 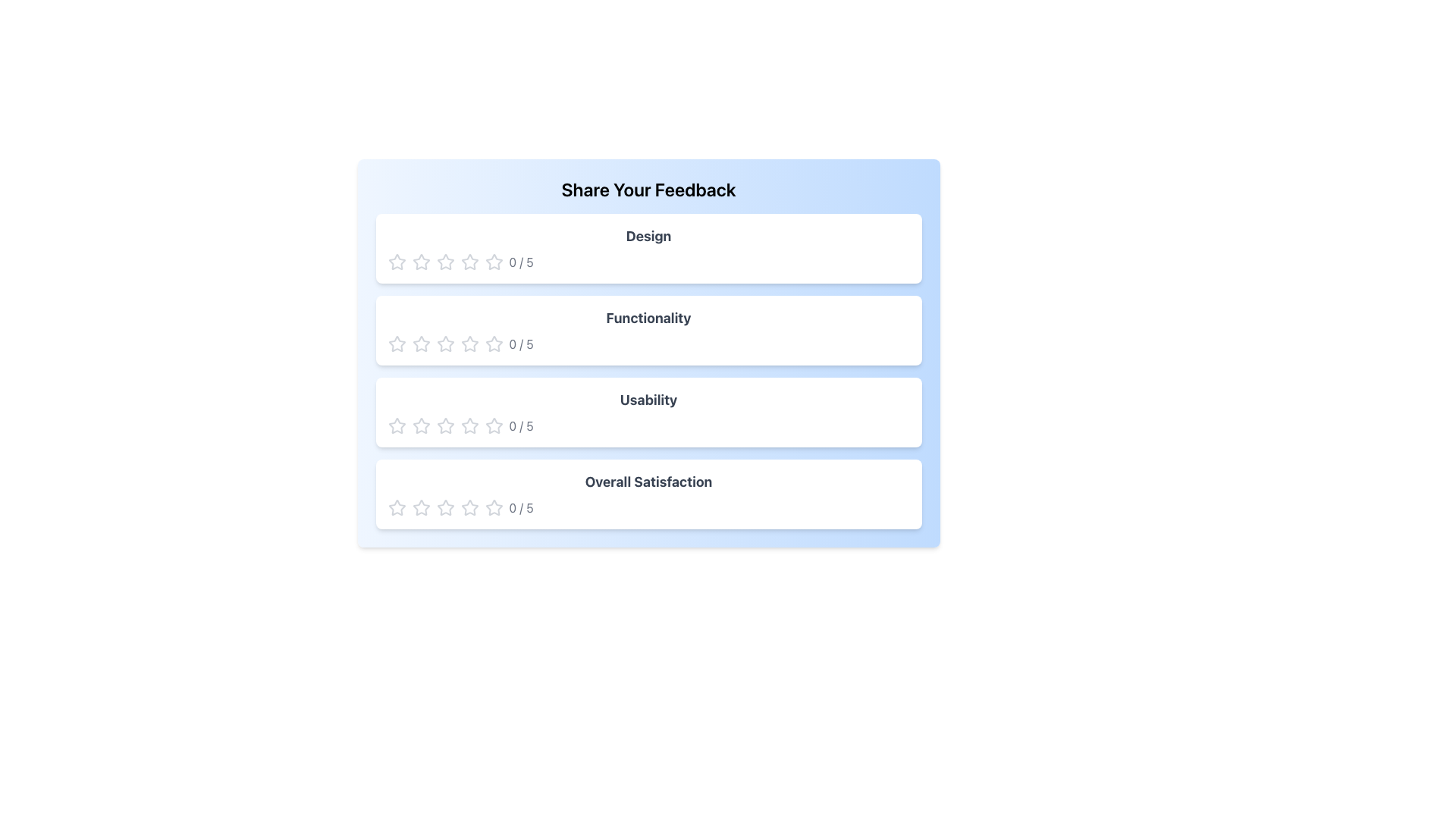 I want to click on the 'Functionality' label located in the second card of the feedback interface, which identifies the rating category and is centered horizontally with the rating stars and score display below, so click(x=648, y=318).